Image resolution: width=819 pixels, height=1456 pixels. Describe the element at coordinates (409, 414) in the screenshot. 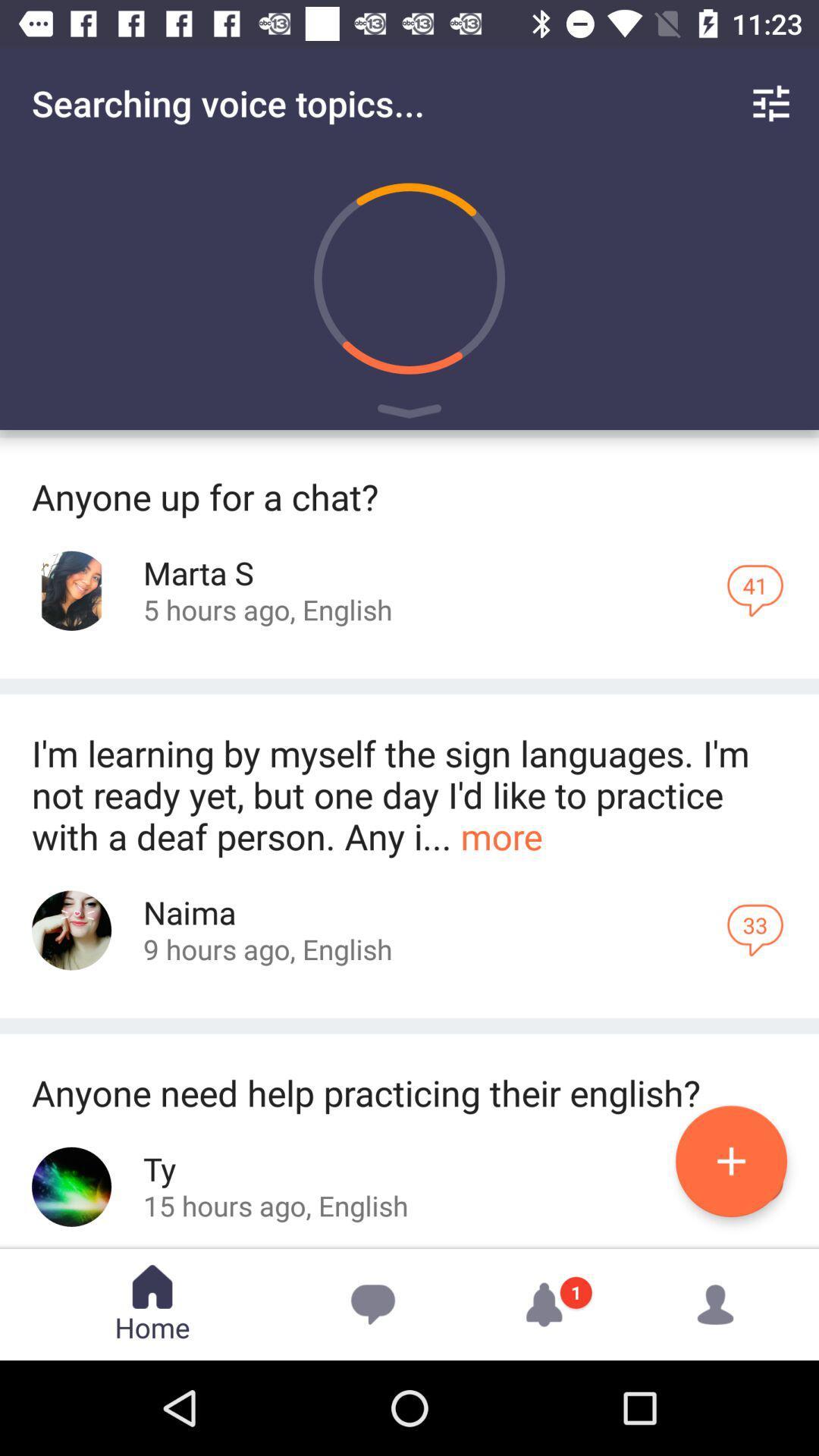

I see `down option` at that location.